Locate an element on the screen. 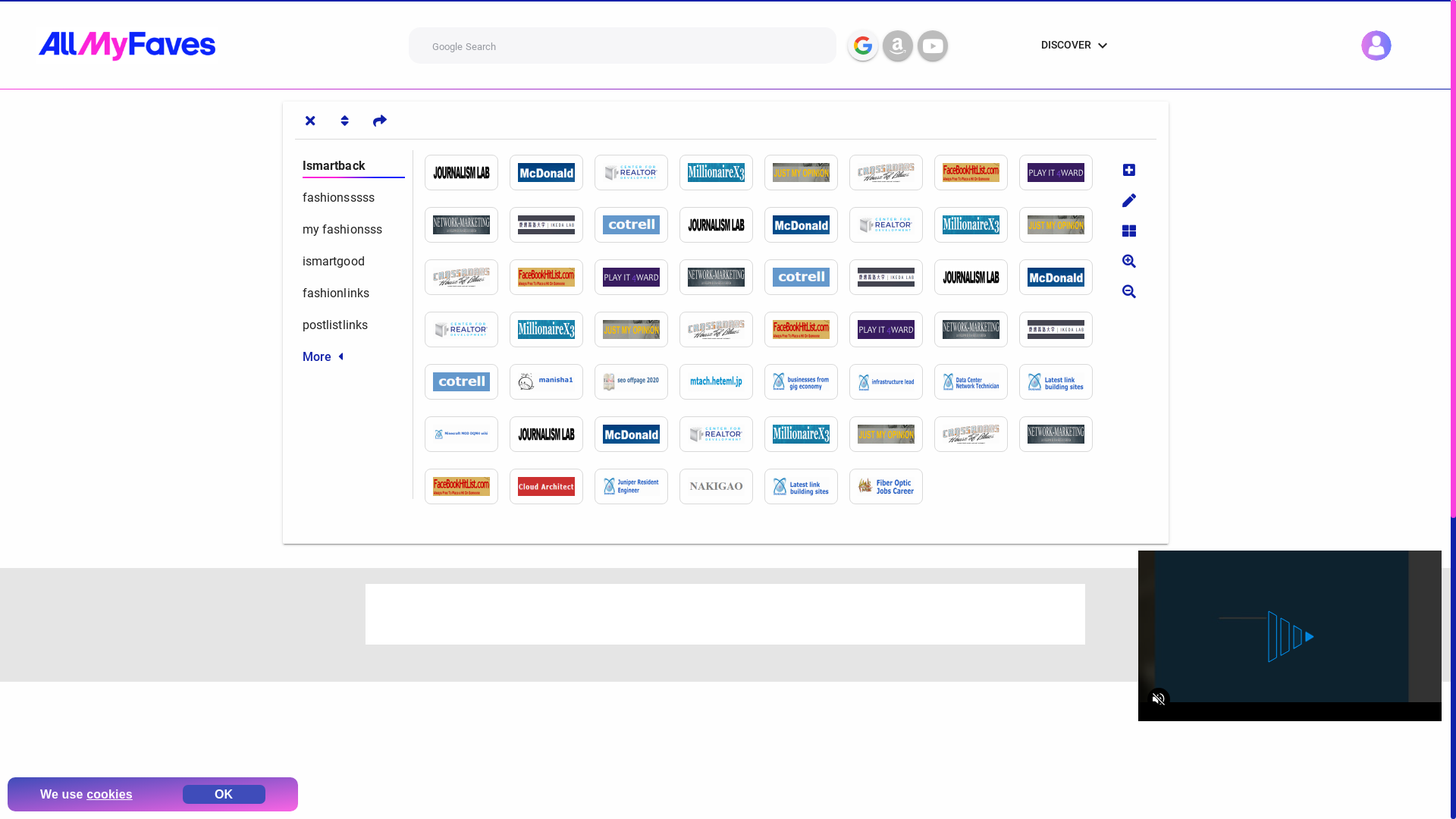 The image size is (1456, 819). 'Sort tabs' is located at coordinates (344, 119).